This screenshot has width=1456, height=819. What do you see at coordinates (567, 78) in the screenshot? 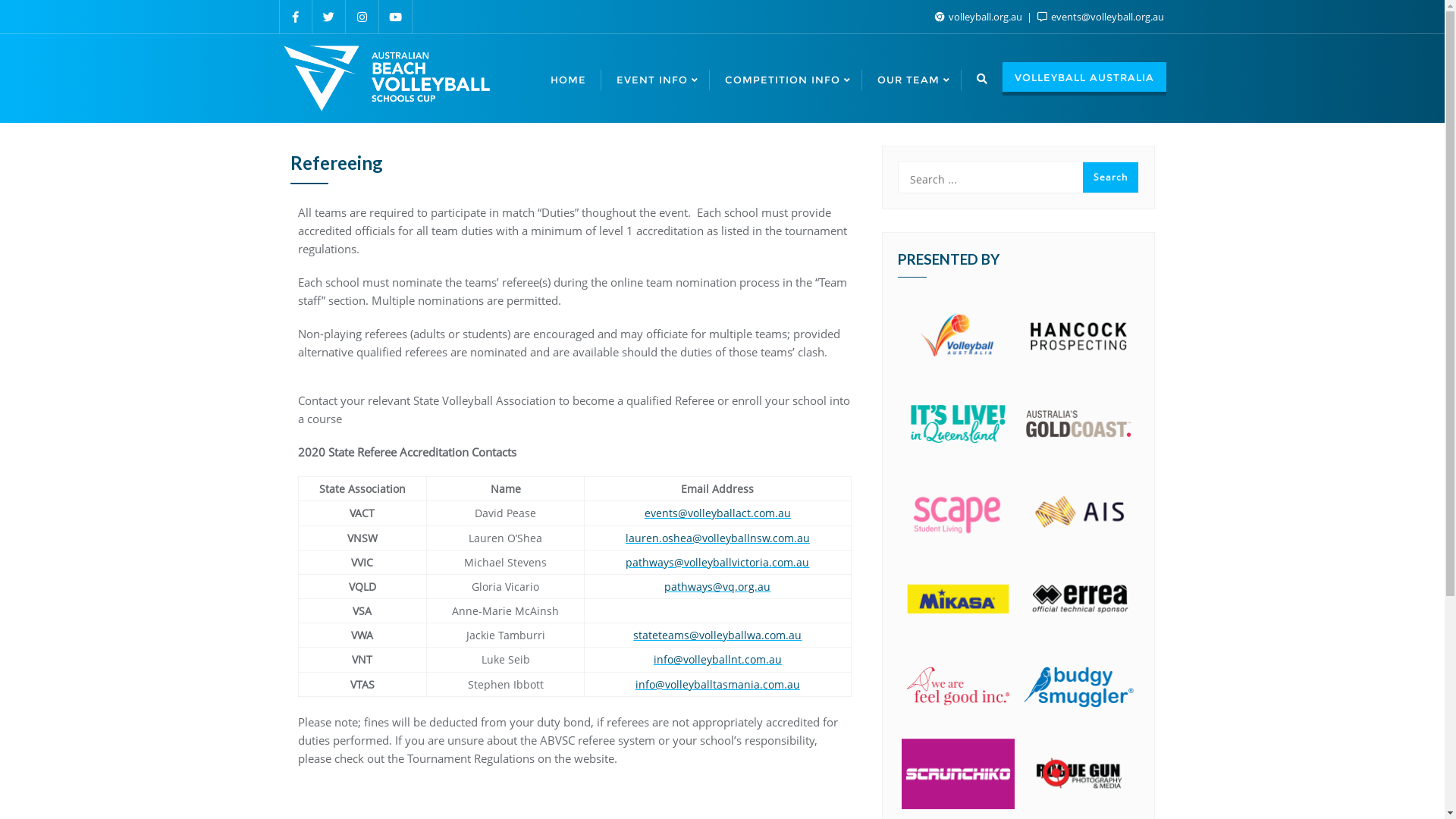
I see `'HOME'` at bounding box center [567, 78].